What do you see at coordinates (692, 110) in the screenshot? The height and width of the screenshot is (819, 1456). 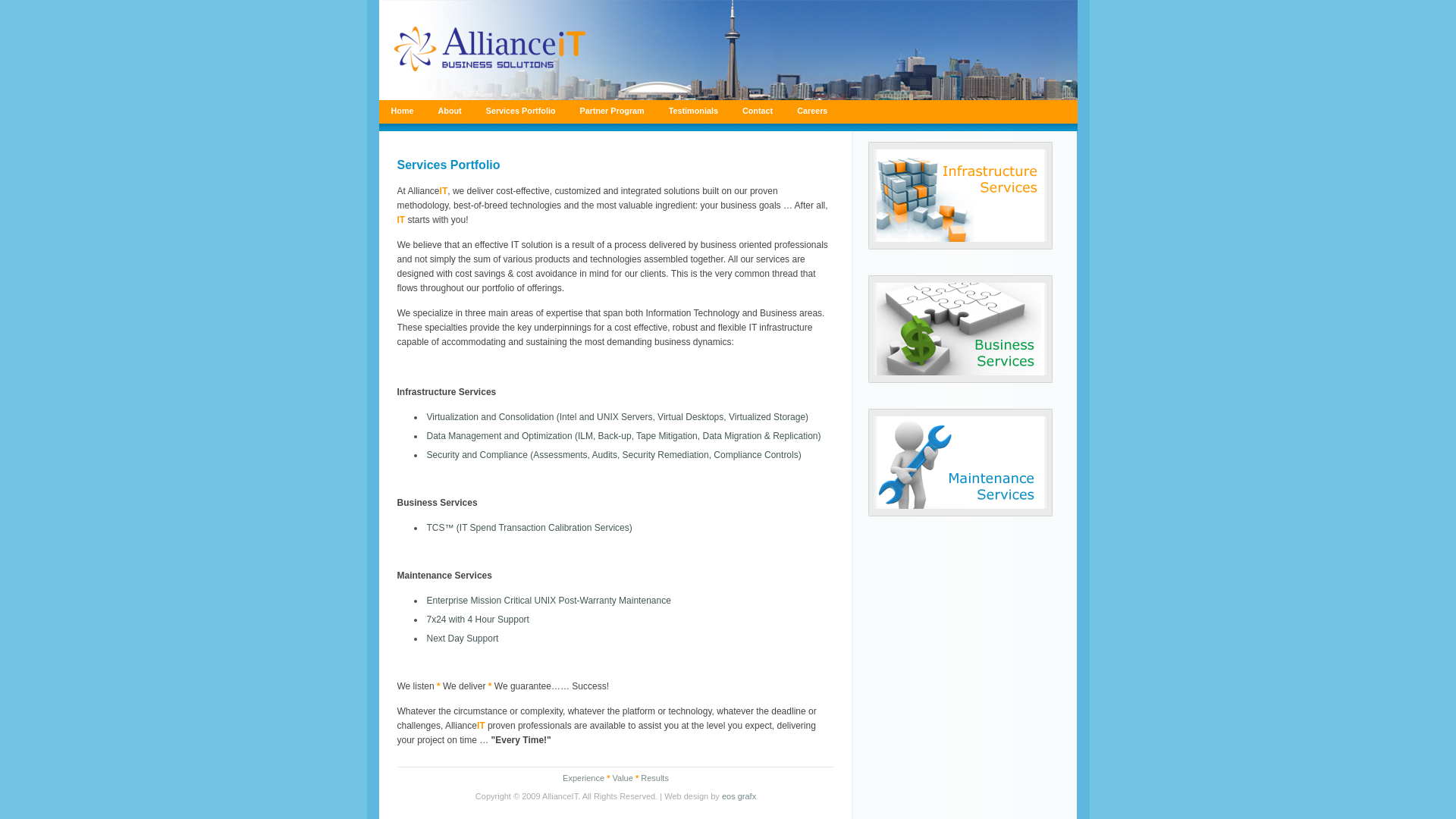 I see `'Testimonials'` at bounding box center [692, 110].